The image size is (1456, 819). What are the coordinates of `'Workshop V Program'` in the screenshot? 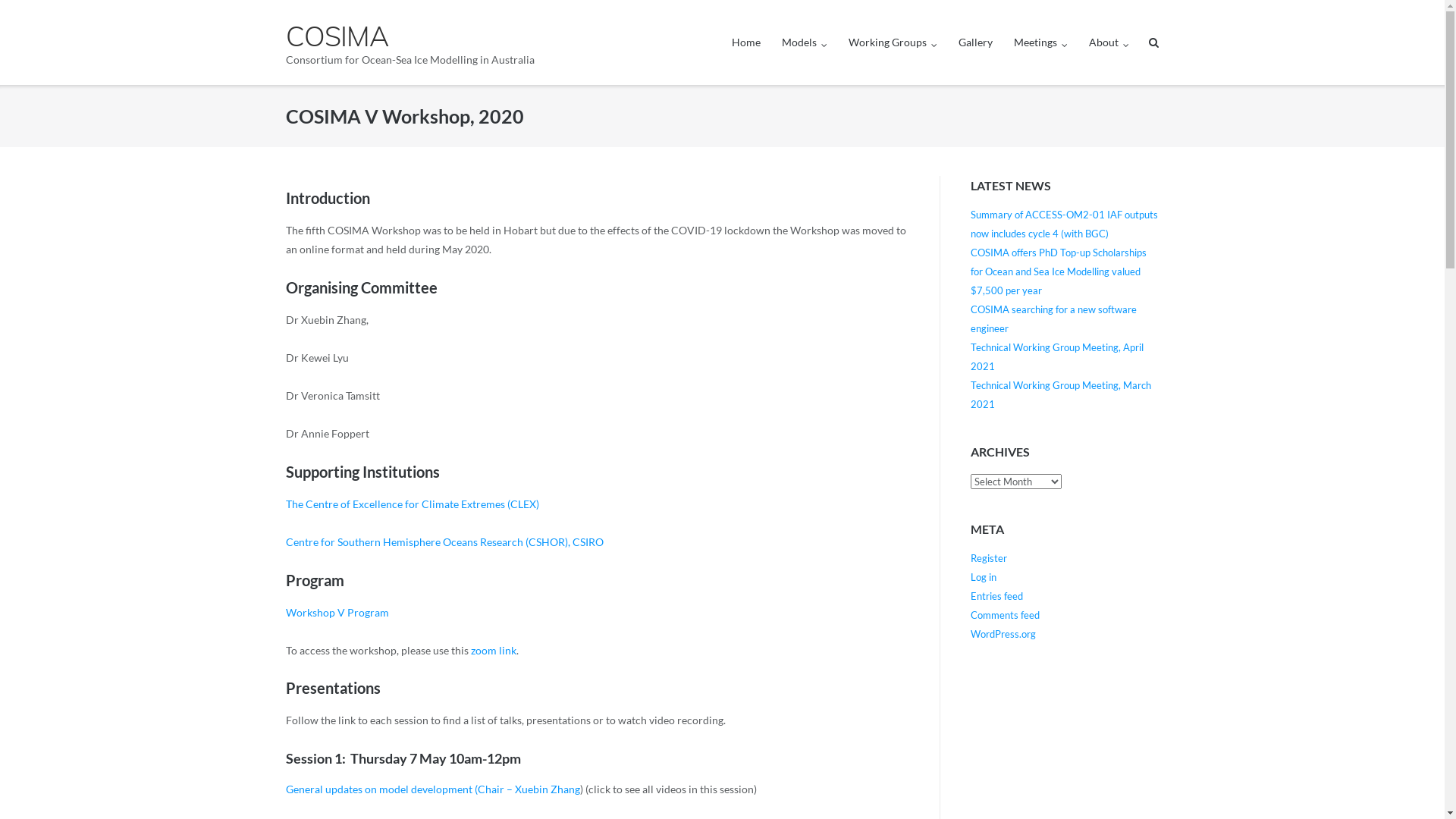 It's located at (286, 611).